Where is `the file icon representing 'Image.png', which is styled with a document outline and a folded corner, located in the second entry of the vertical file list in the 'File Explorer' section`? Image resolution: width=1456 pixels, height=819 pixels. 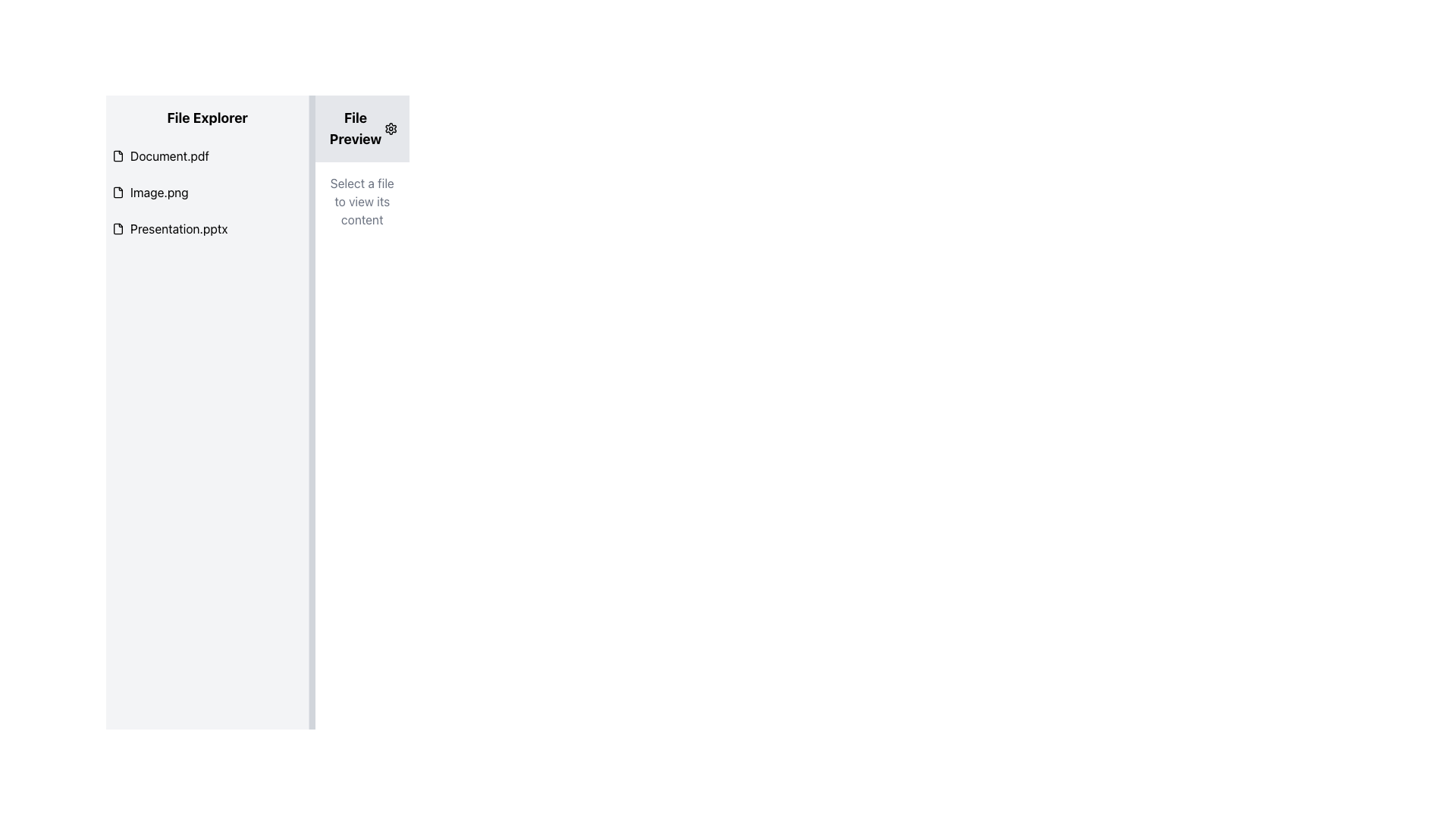 the file icon representing 'Image.png', which is styled with a document outline and a folded corner, located in the second entry of the vertical file list in the 'File Explorer' section is located at coordinates (118, 192).